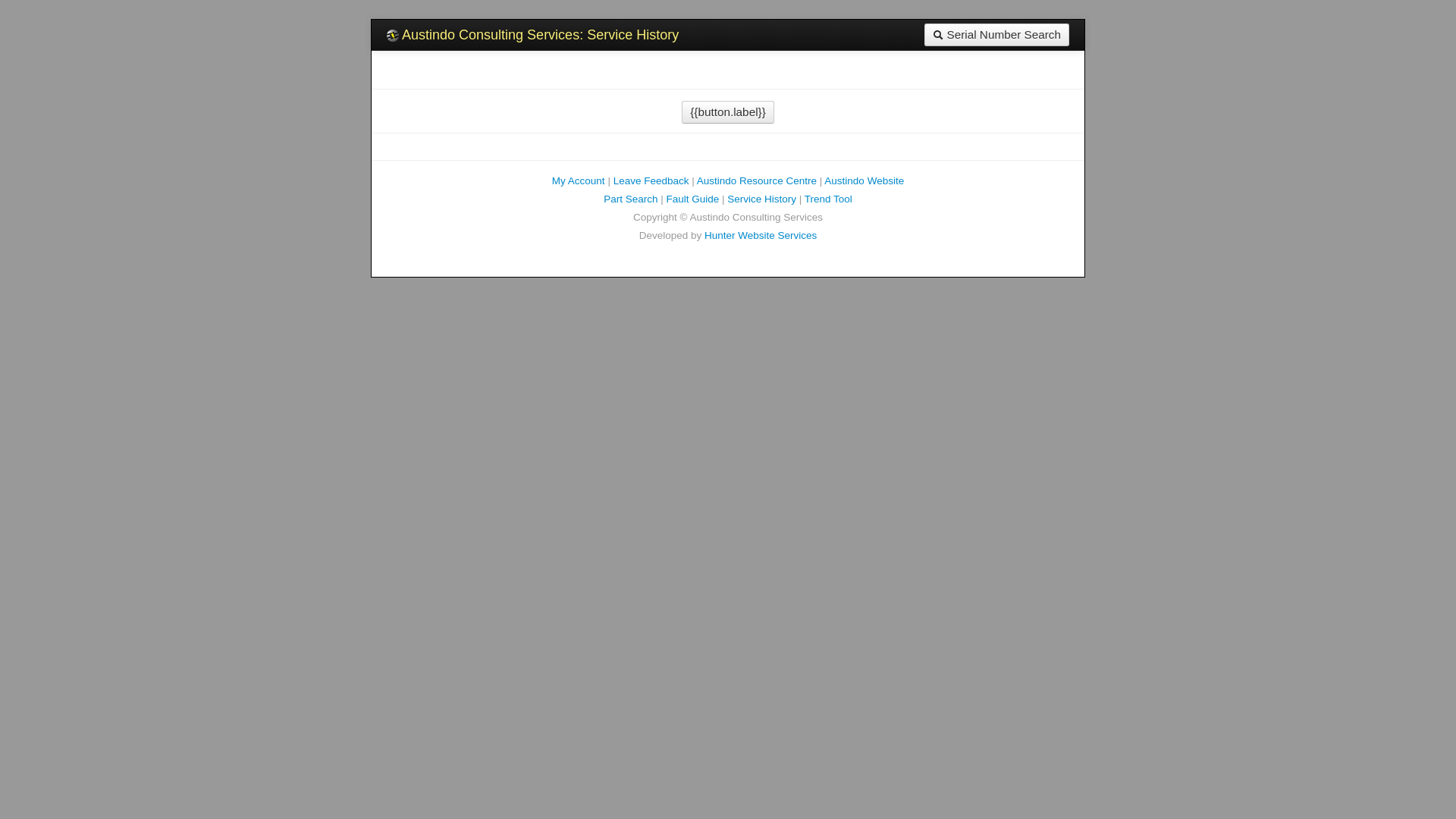 The height and width of the screenshot is (819, 1456). What do you see at coordinates (691, 198) in the screenshot?
I see `'Fault Guide'` at bounding box center [691, 198].